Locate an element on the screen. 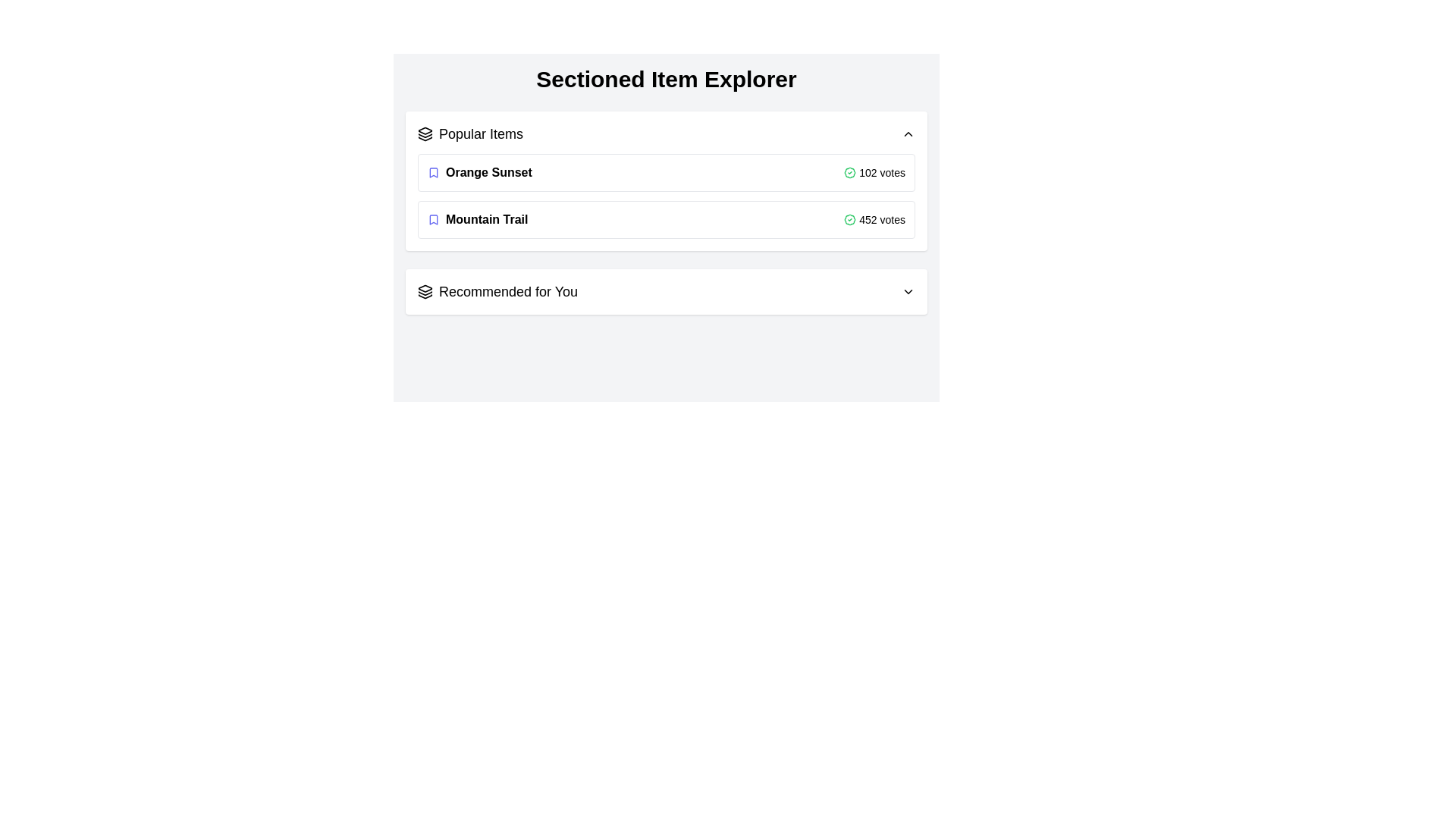  the bookmark icon representing the 'Mountain Trail' item in the 'Popular Items' section is located at coordinates (432, 219).